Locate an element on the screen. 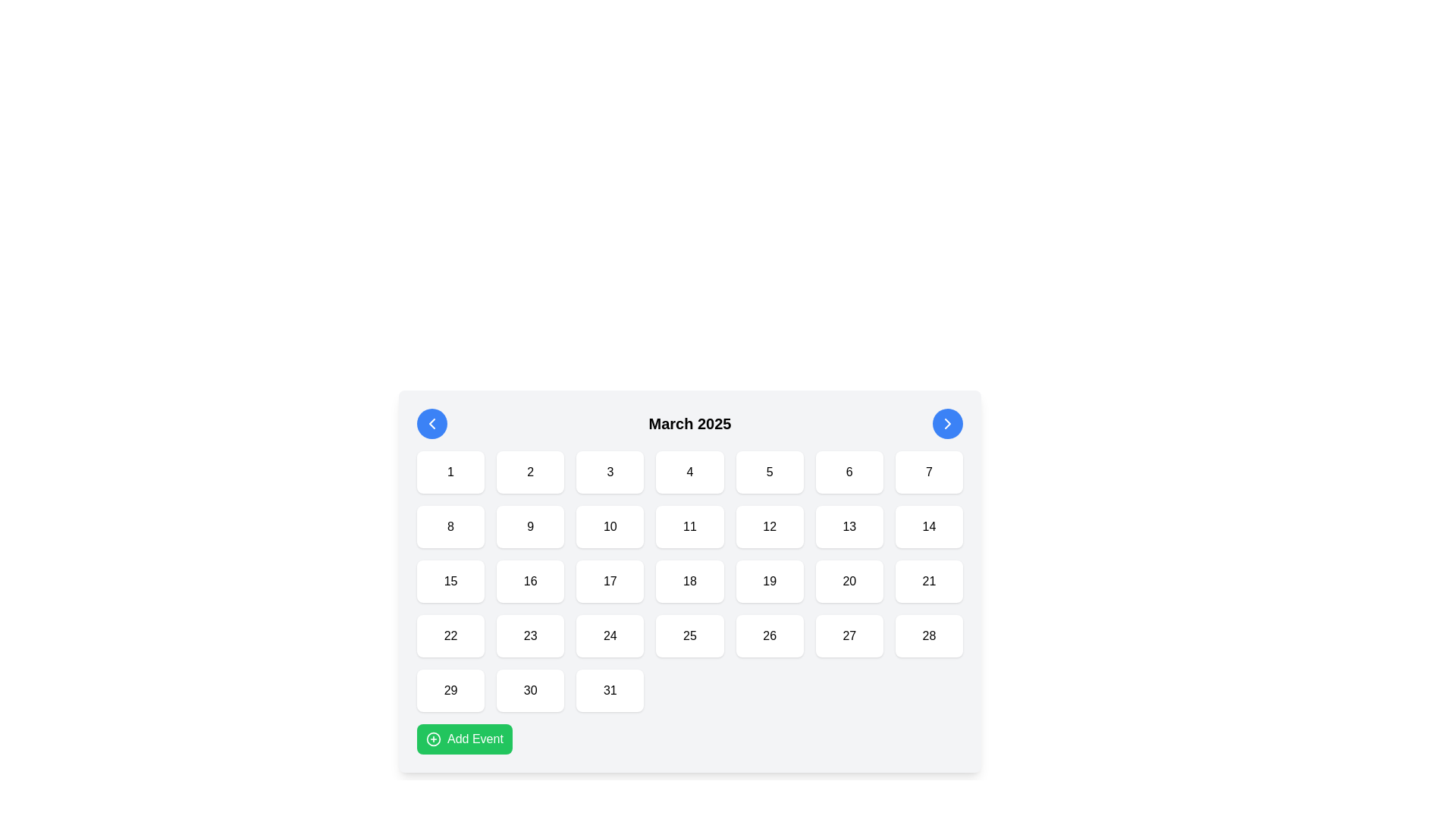  the highlighted cell for the 18th of March 2025 in the calendar component is located at coordinates (689, 581).